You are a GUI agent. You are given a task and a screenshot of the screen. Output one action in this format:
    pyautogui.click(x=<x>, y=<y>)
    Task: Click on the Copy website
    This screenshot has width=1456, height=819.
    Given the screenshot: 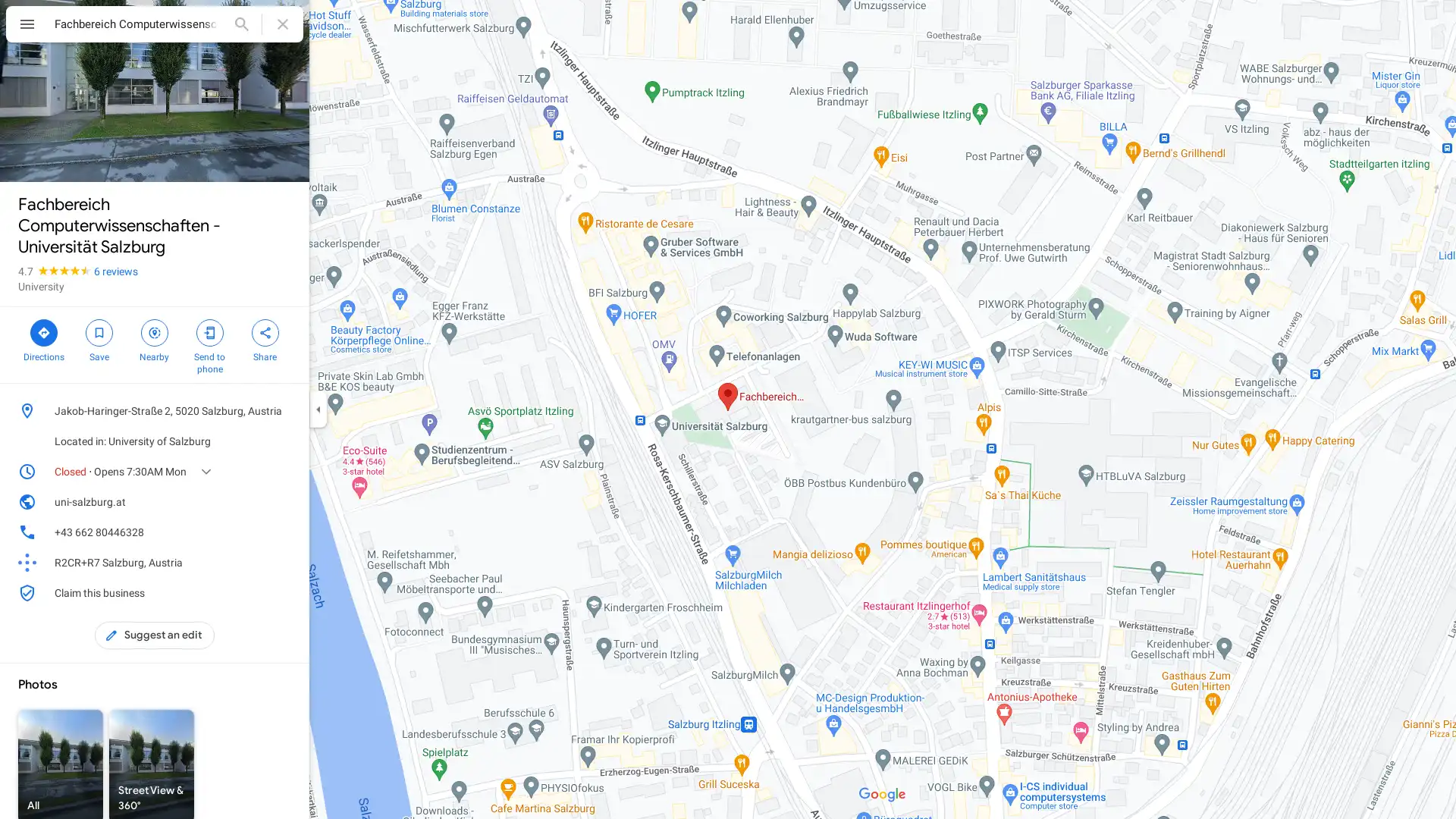 What is the action you would take?
    pyautogui.click(x=284, y=502)
    